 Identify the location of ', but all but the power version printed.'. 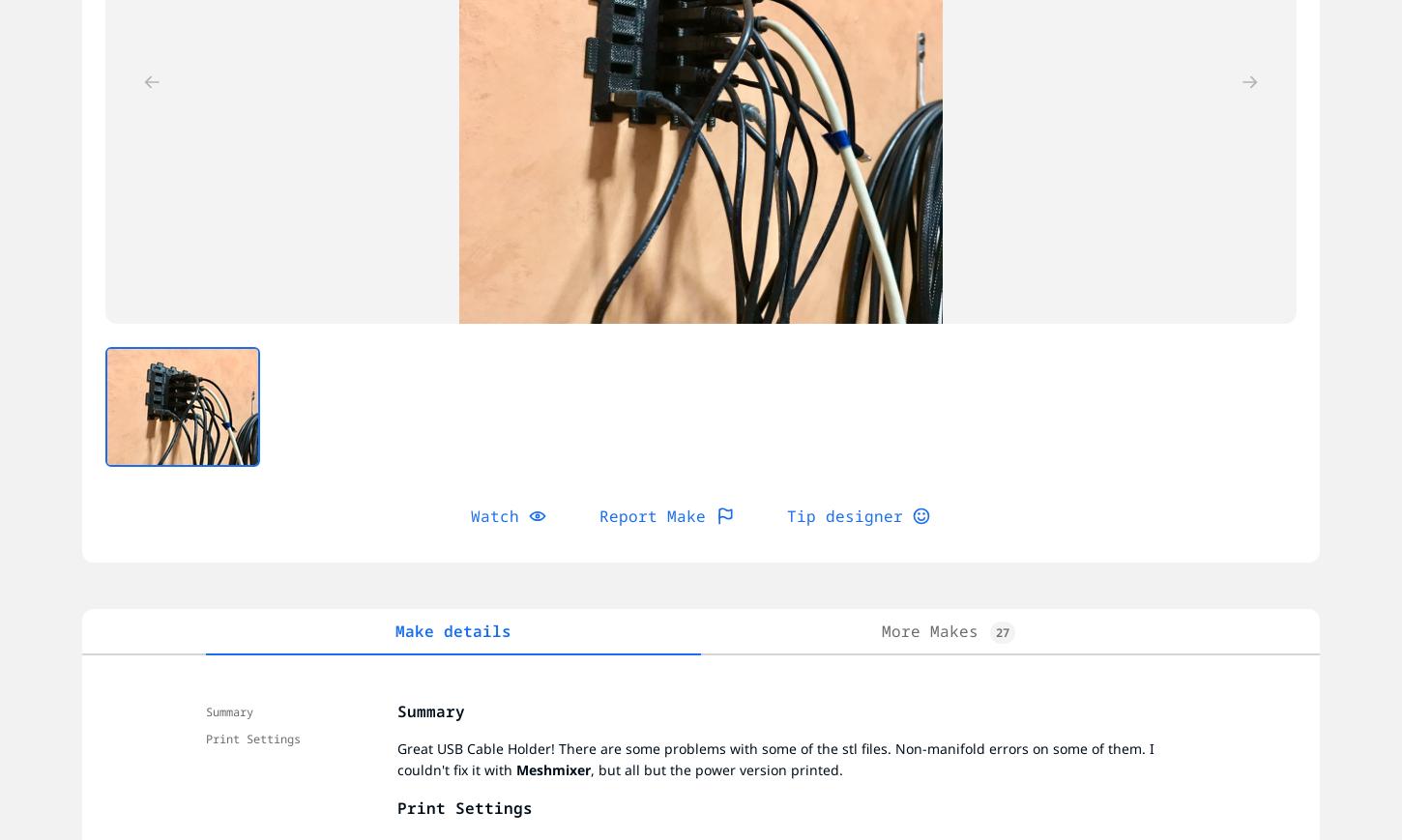
(716, 769).